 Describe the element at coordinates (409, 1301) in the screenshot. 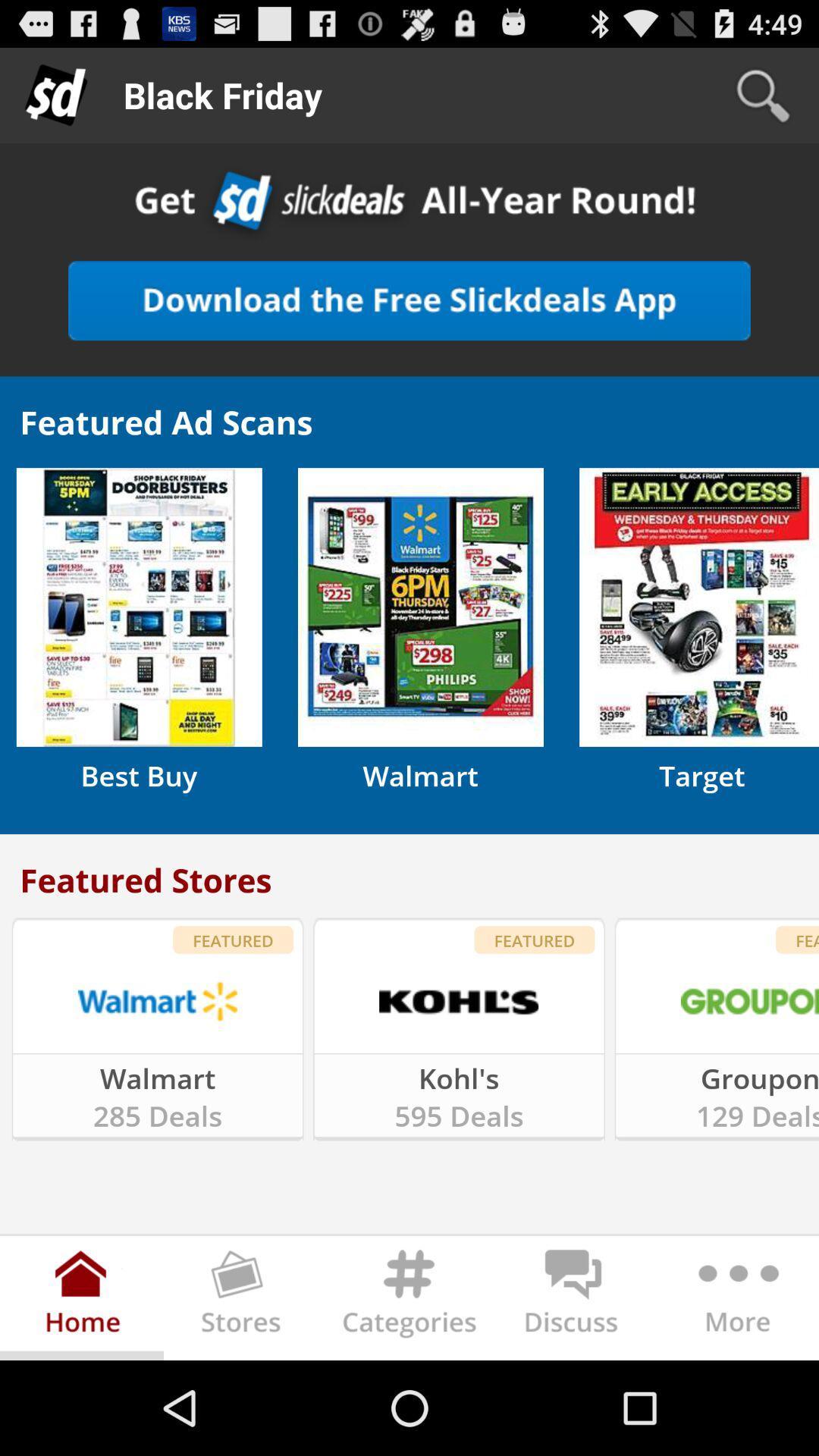

I see `categories option` at that location.